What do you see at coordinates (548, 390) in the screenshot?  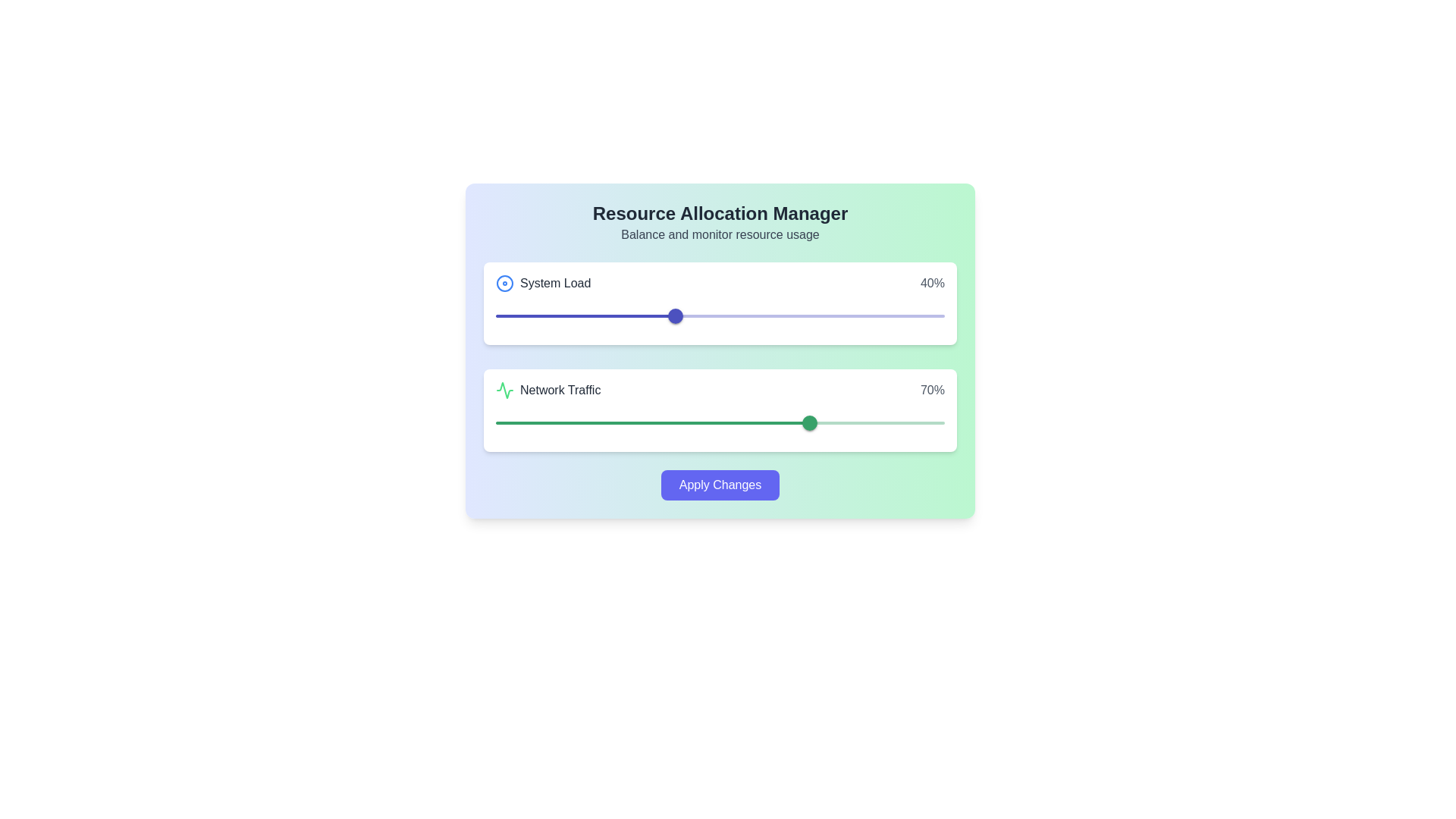 I see `the 'Network Traffic' label with the green line graph icon, located in the second section of the interface, just below the 'System Load' section` at bounding box center [548, 390].